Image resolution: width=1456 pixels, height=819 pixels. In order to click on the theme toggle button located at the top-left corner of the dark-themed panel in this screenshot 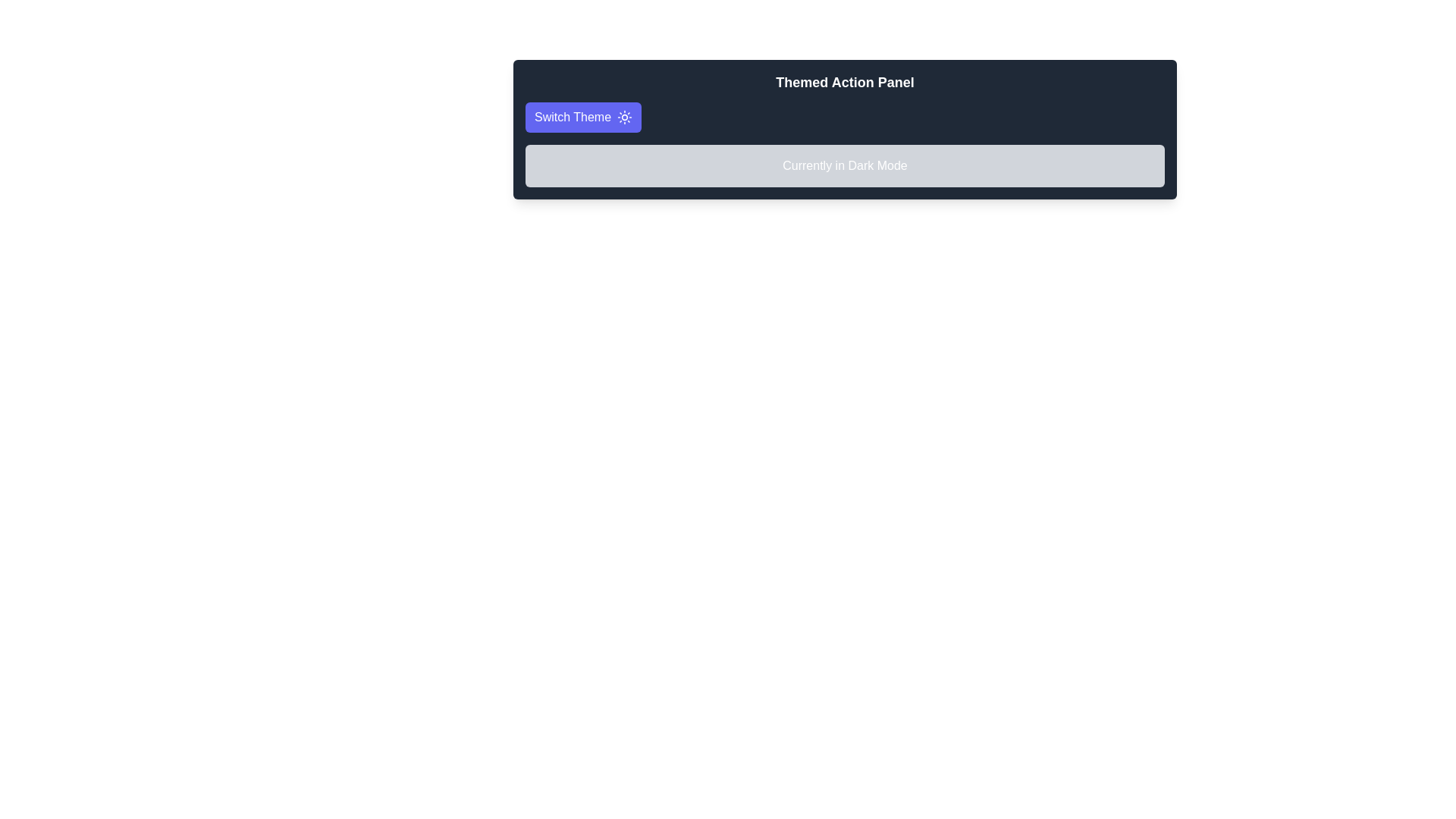, I will do `click(582, 116)`.